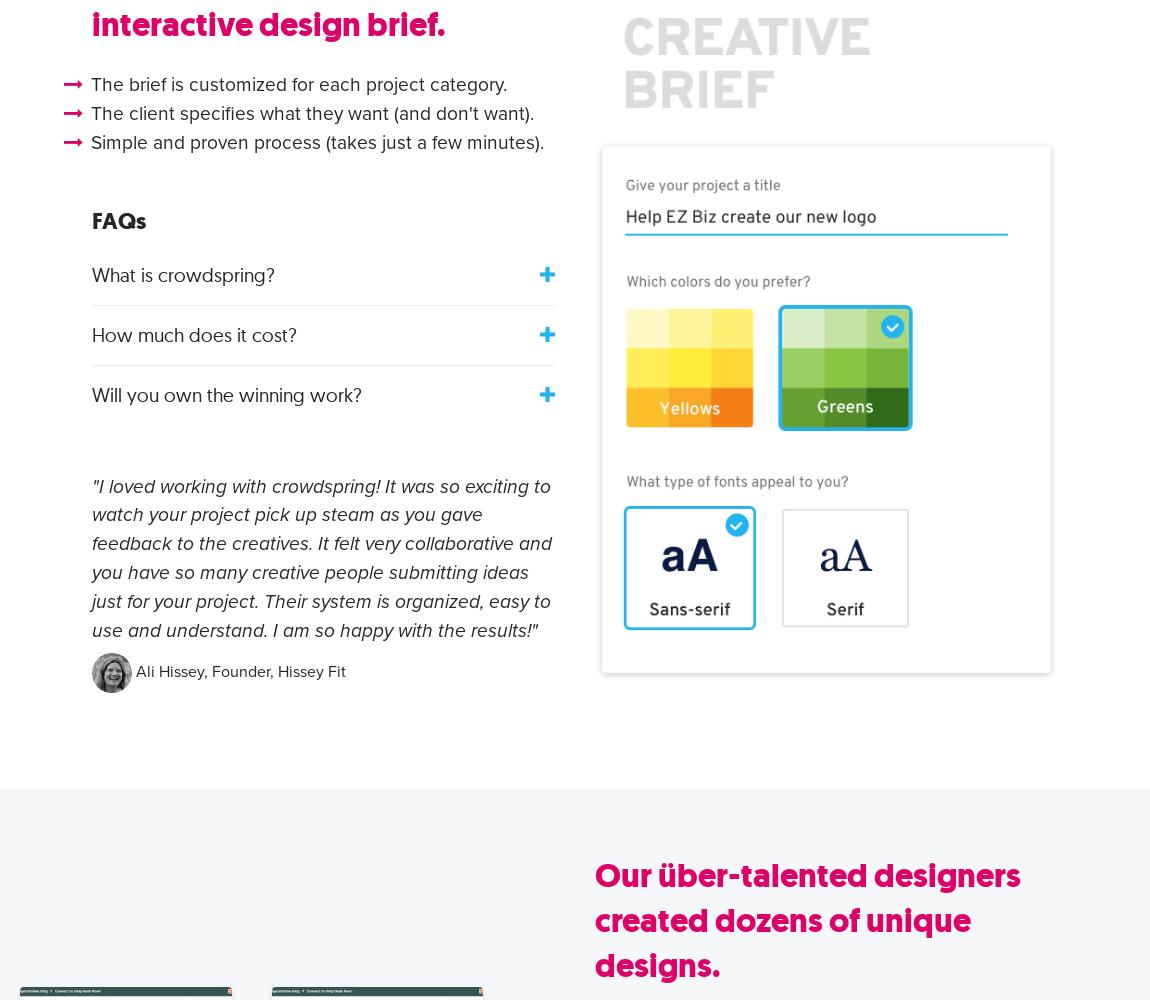 The image size is (1150, 1000). What do you see at coordinates (89, 333) in the screenshot?
I see `'How much does it cost?'` at bounding box center [89, 333].